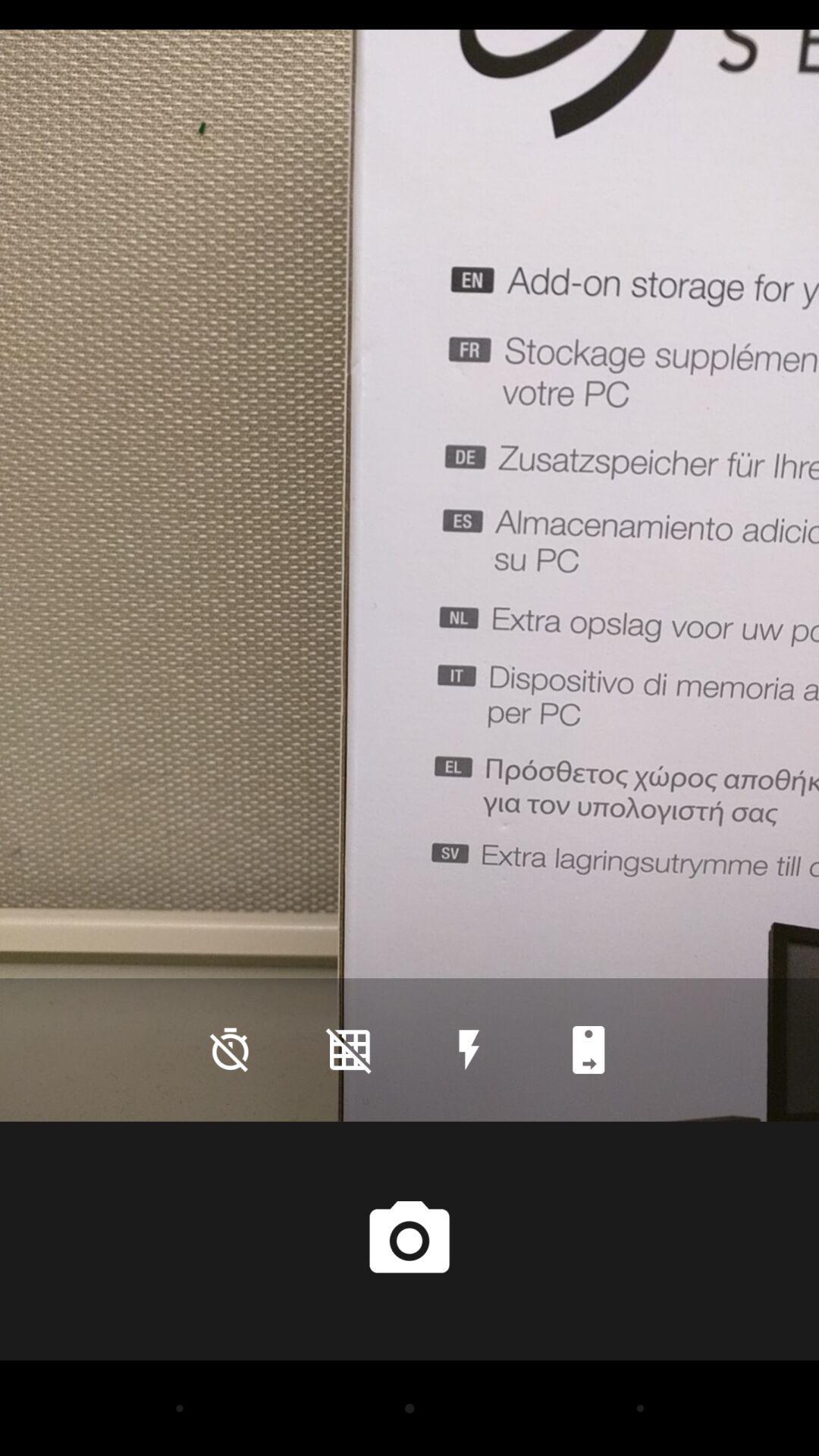 The width and height of the screenshot is (819, 1456). Describe the element at coordinates (468, 1049) in the screenshot. I see `the flash icon` at that location.